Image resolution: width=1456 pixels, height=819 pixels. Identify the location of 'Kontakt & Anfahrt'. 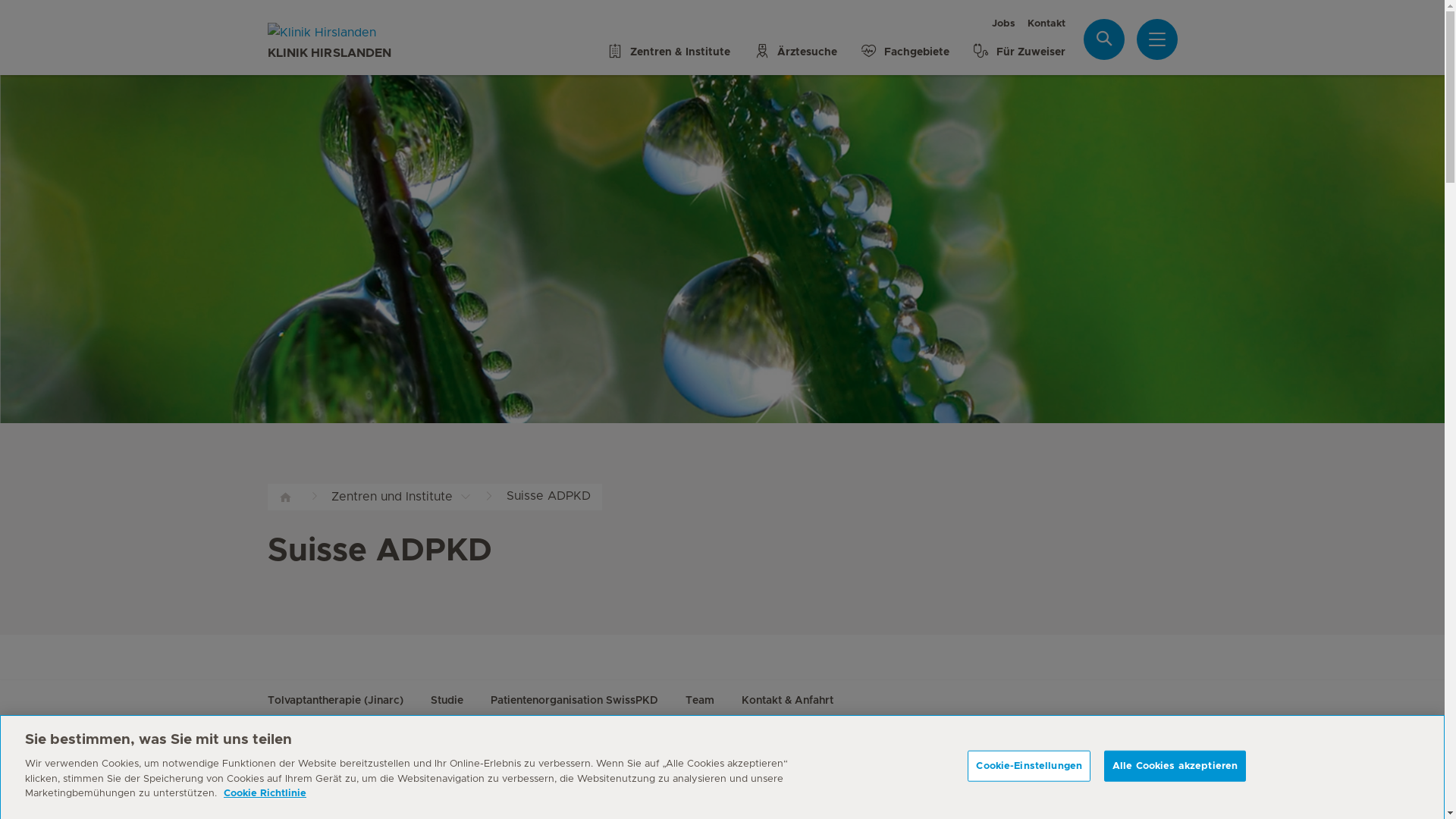
(787, 701).